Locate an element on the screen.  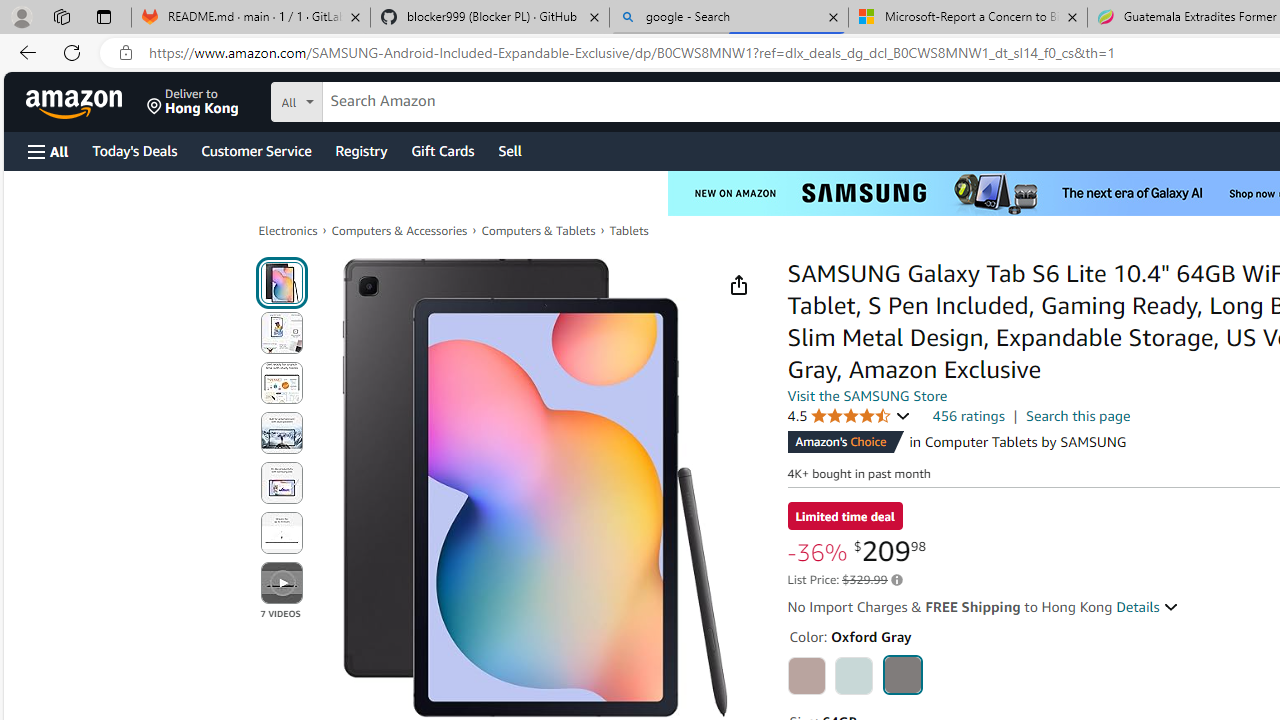
'Computers & Accessories' is located at coordinates (400, 229).